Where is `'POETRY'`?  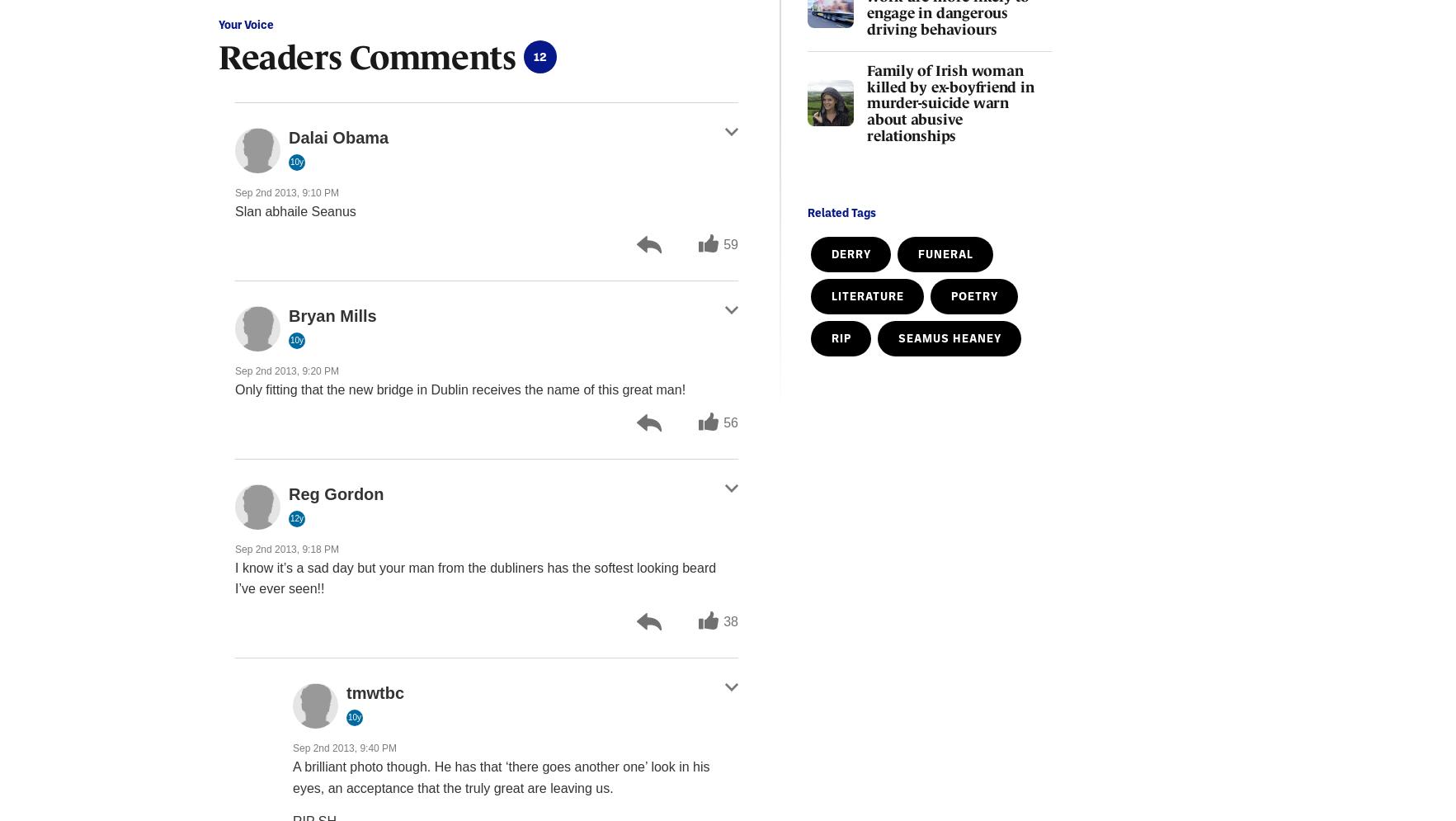
'POETRY' is located at coordinates (950, 295).